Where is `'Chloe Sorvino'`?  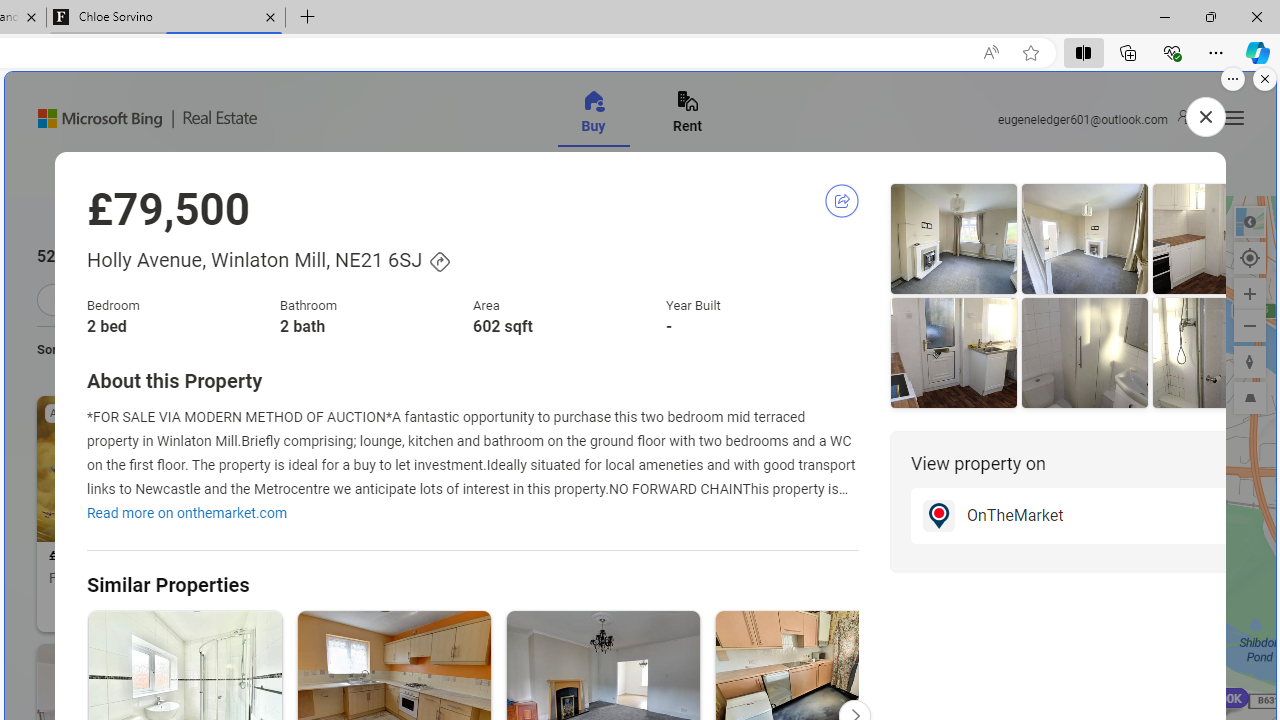
'Chloe Sorvino' is located at coordinates (166, 17).